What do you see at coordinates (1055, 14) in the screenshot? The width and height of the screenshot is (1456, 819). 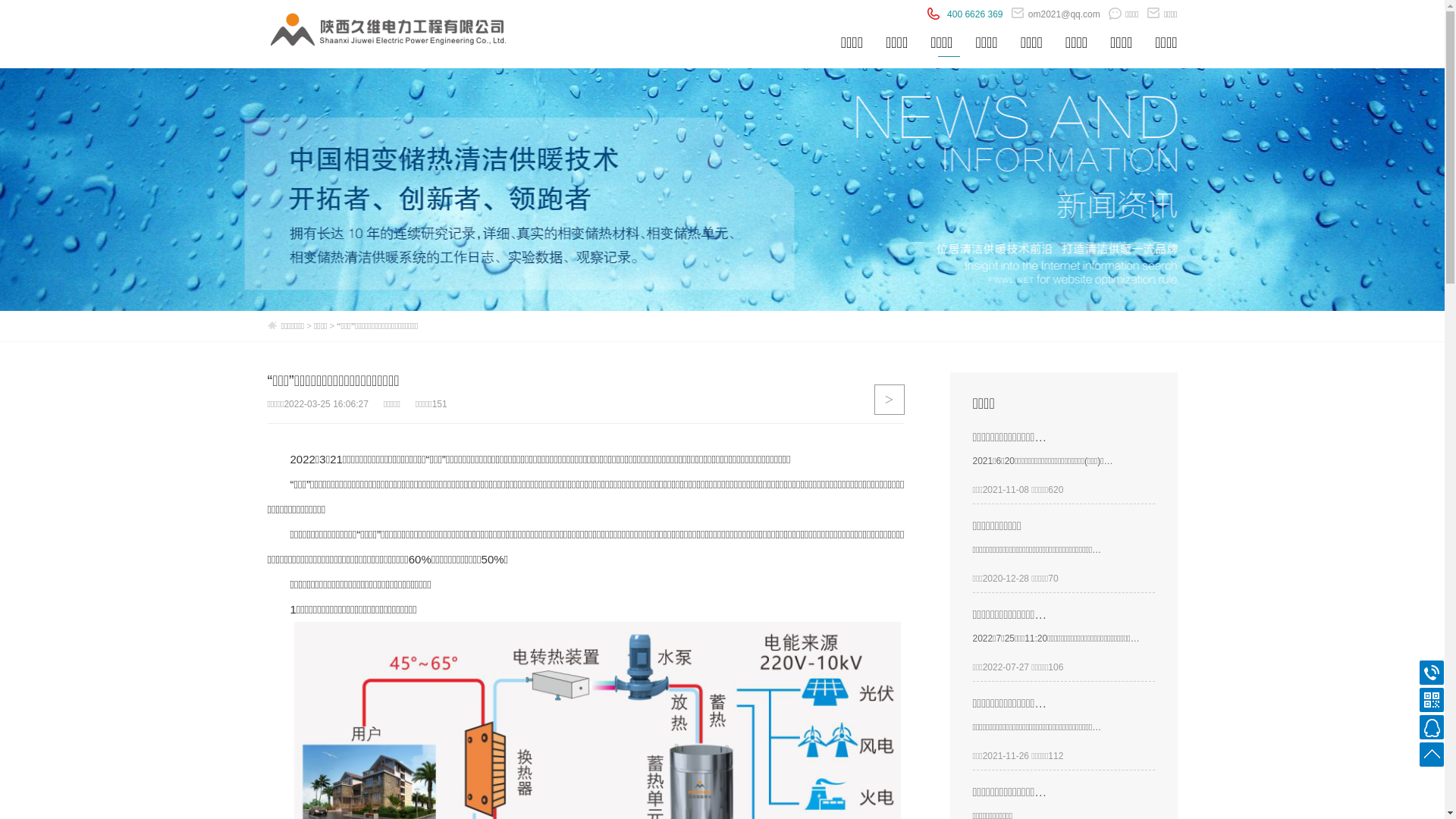 I see `'om2021@qq.com'` at bounding box center [1055, 14].